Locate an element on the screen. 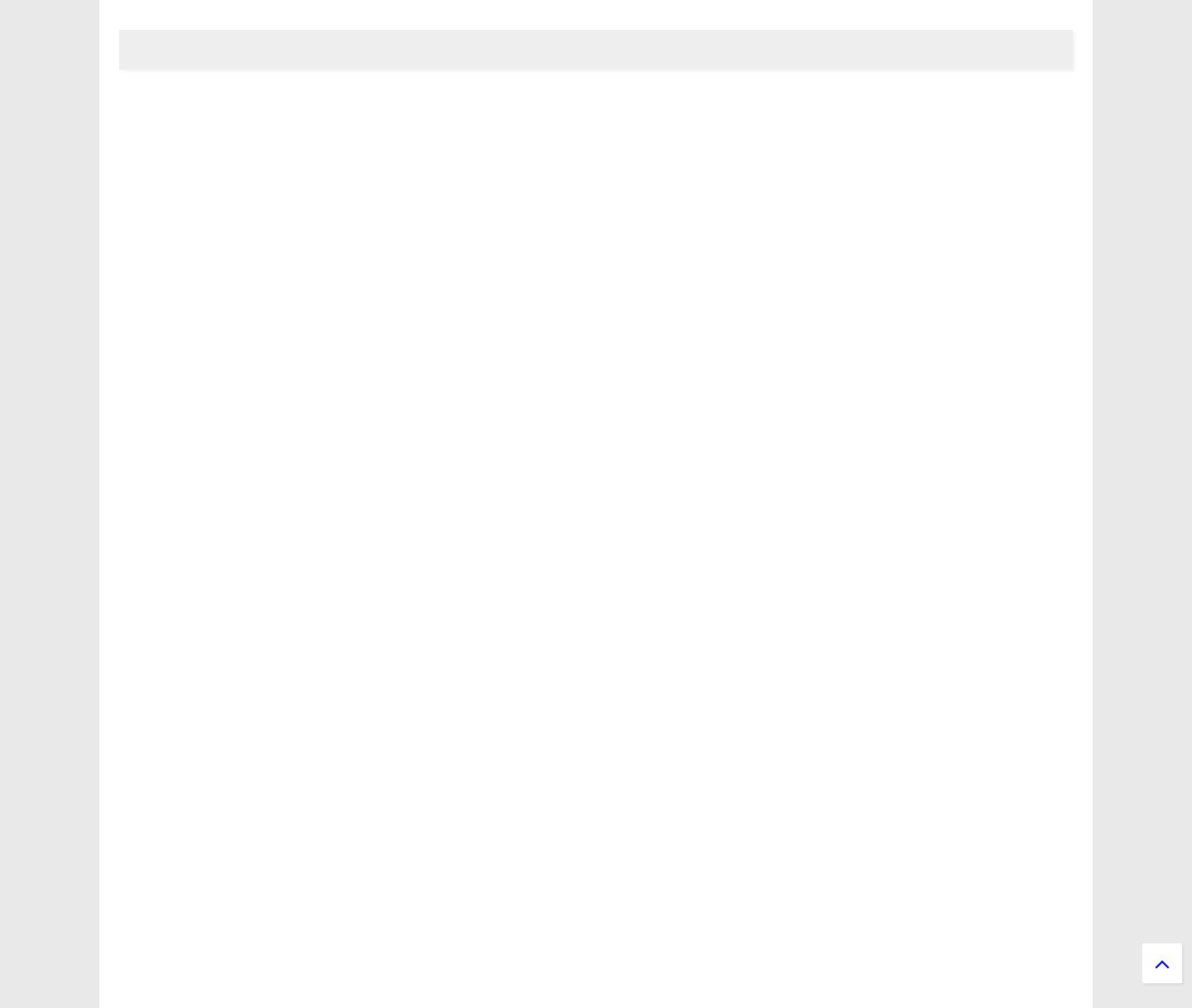  'Abhiraj Singh' is located at coordinates (157, 697).